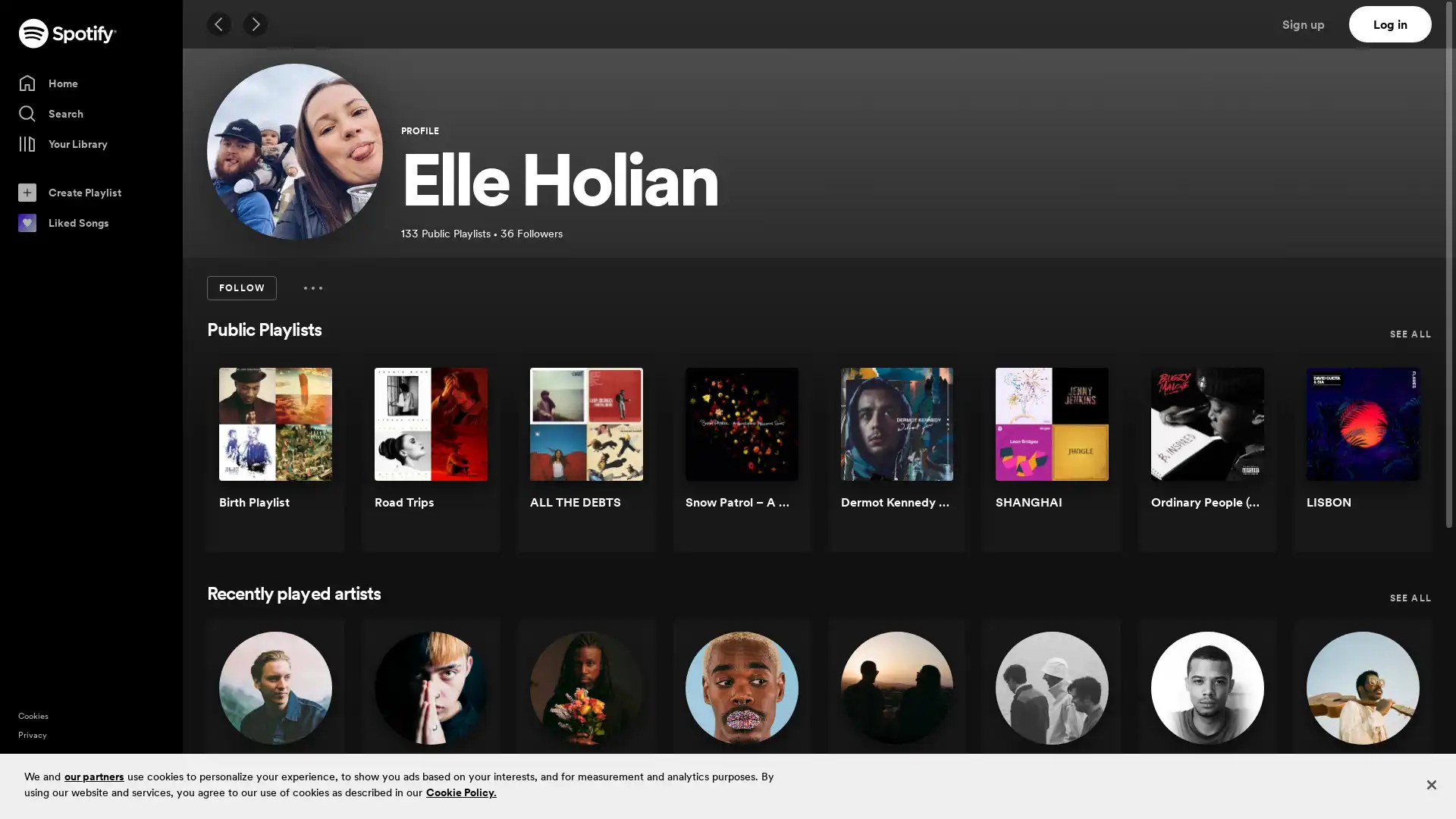  Describe the element at coordinates (618, 461) in the screenshot. I see `Play ALL THE DEBTS` at that location.